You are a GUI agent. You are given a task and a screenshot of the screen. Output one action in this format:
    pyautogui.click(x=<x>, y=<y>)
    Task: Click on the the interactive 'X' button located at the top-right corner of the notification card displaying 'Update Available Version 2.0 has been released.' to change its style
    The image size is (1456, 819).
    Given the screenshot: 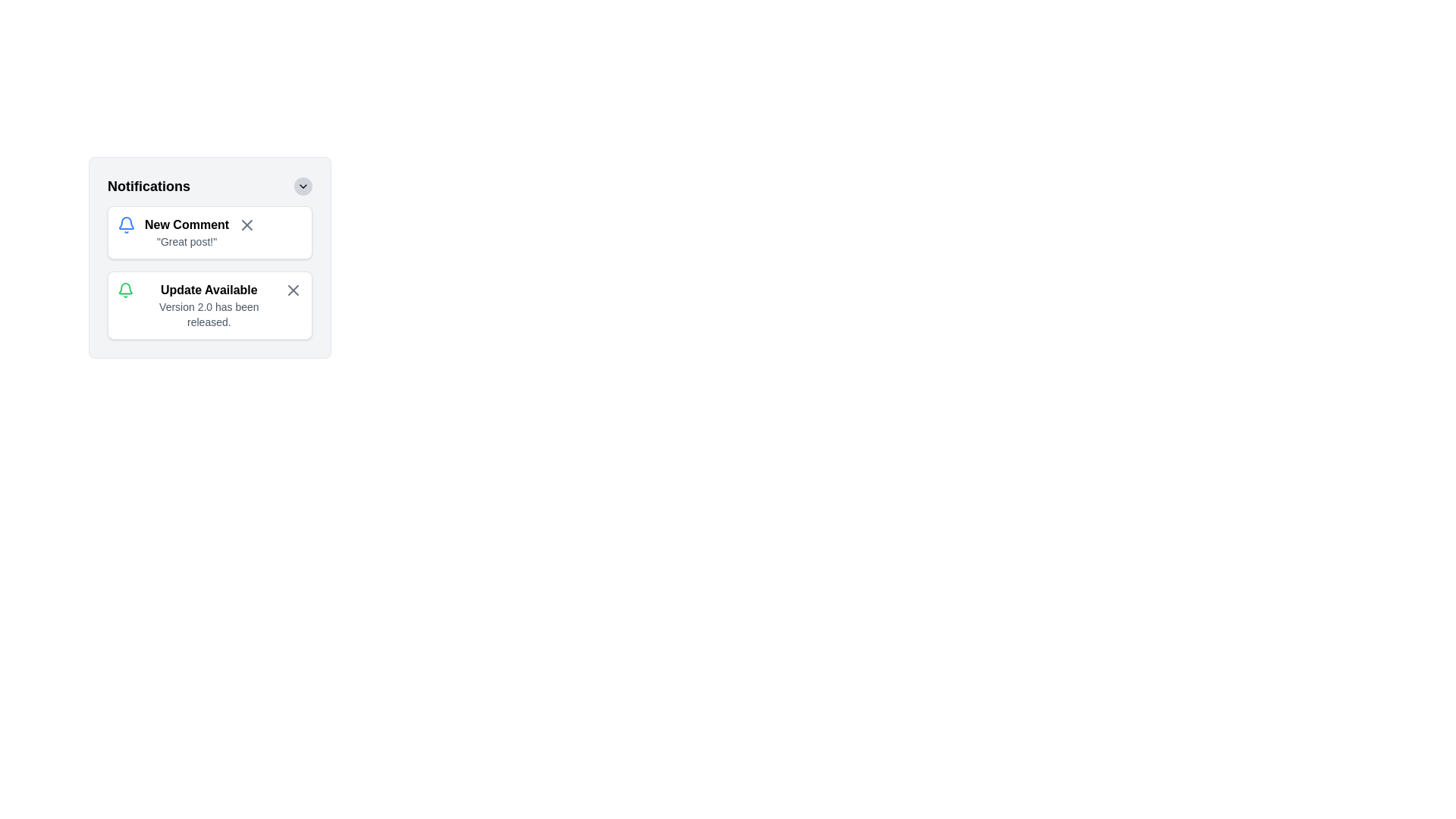 What is the action you would take?
    pyautogui.click(x=293, y=290)
    